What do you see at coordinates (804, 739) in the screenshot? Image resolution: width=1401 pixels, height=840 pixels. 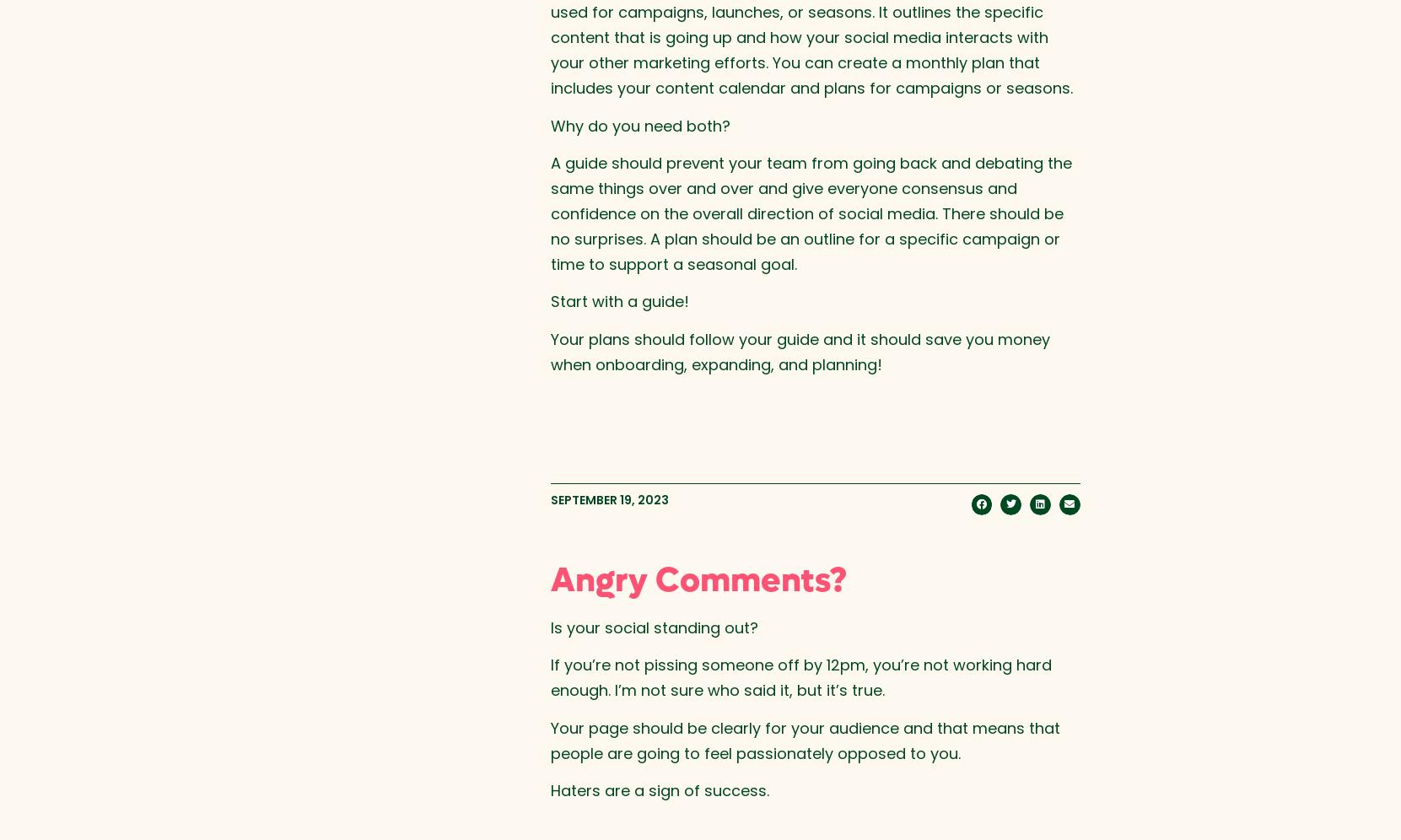 I see `'Your page should be clearly for your audience and that means that people are going to feel passionately opposed to you.'` at bounding box center [804, 739].